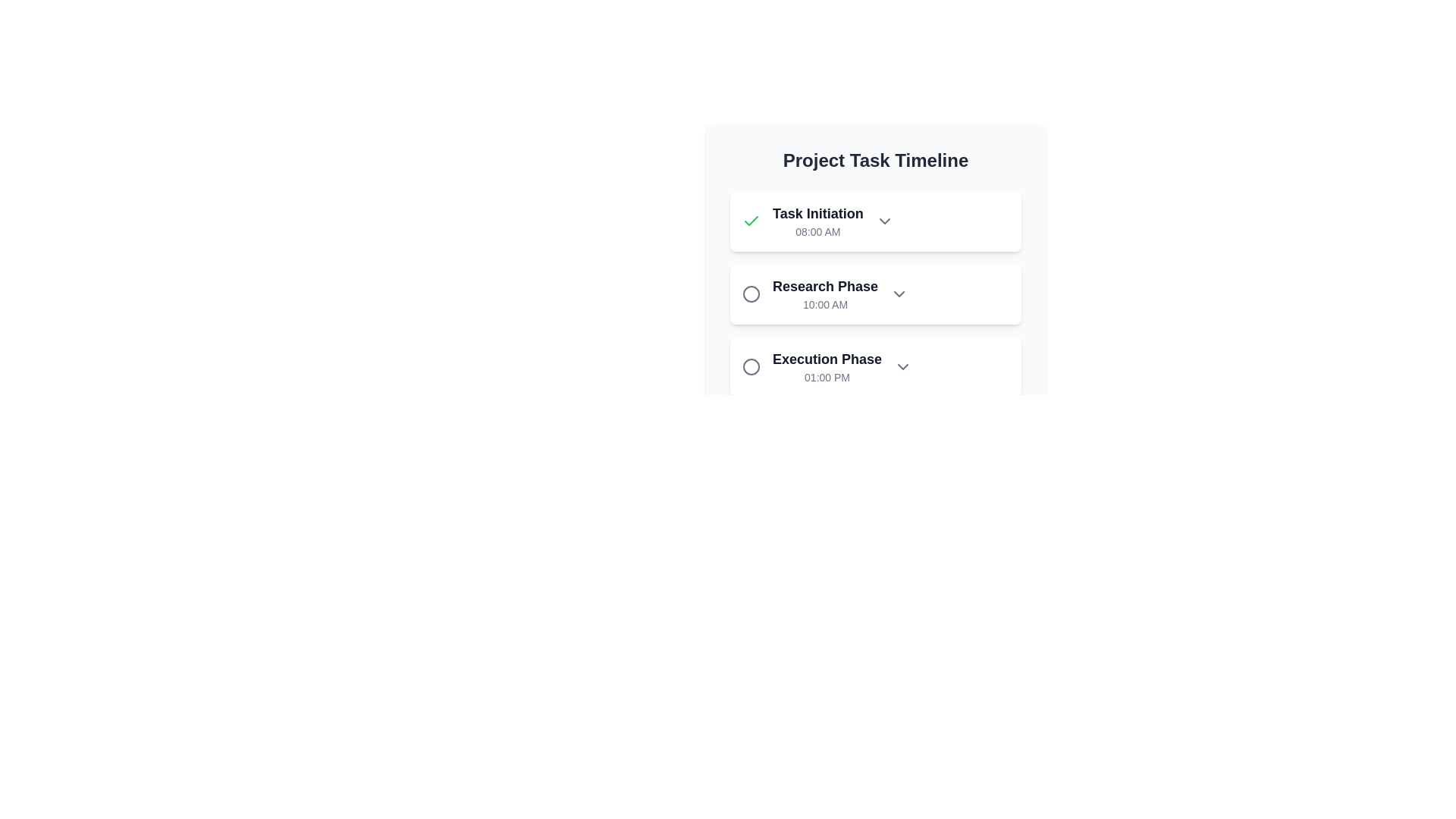 The width and height of the screenshot is (1456, 819). I want to click on the green checkmark icon indicating a completed or selected state, located to the left of the text 'Task Initiation' and its time '08:00 AM' in the 'Project Task Timeline' list, so click(751, 221).